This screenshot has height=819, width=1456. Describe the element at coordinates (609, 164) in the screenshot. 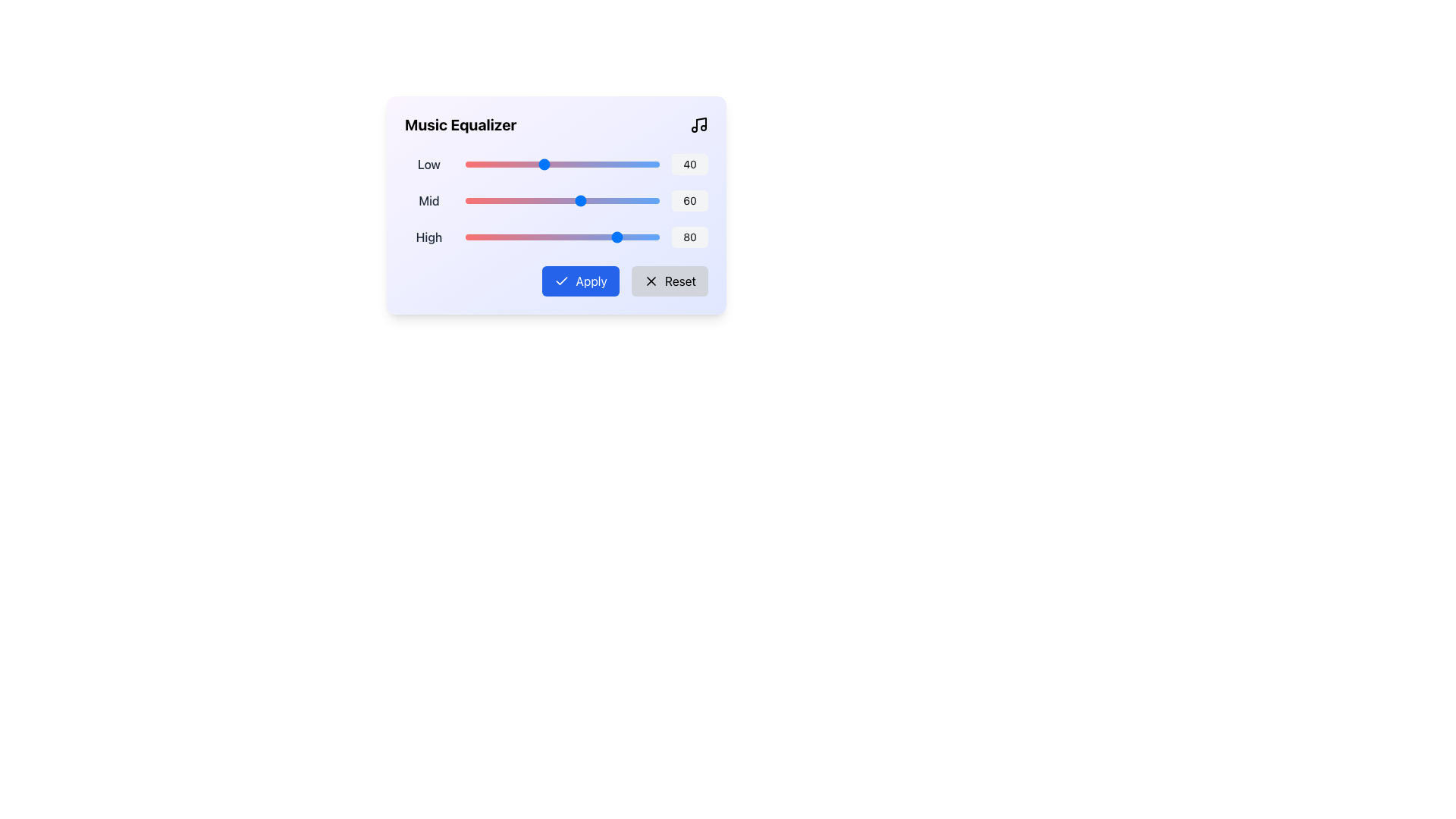

I see `the low equalizer slider` at that location.